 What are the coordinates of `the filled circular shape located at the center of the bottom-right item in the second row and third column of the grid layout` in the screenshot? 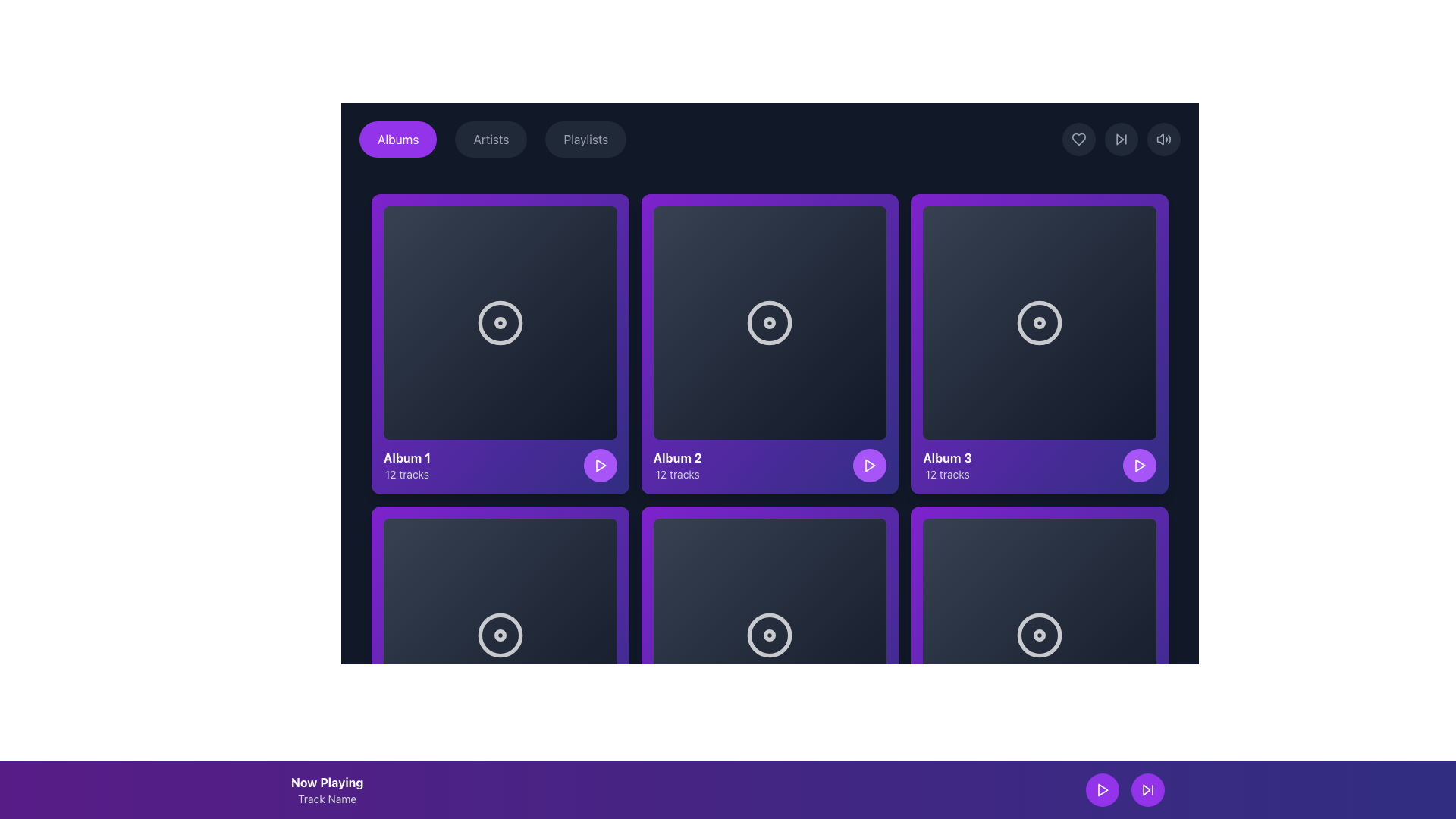 It's located at (1039, 635).